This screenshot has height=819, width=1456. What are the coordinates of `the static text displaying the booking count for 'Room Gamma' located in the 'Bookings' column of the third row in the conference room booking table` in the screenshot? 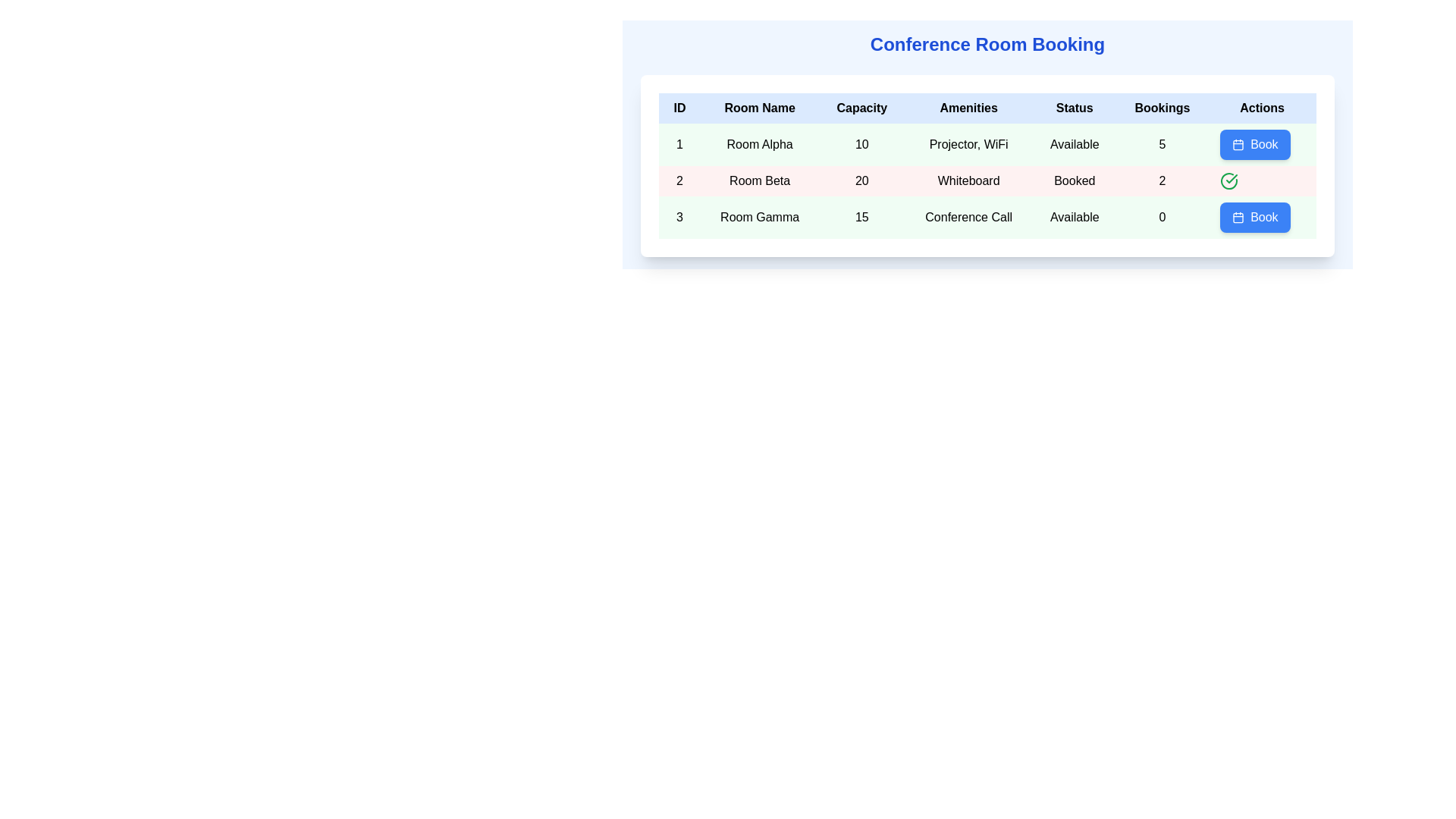 It's located at (1161, 217).